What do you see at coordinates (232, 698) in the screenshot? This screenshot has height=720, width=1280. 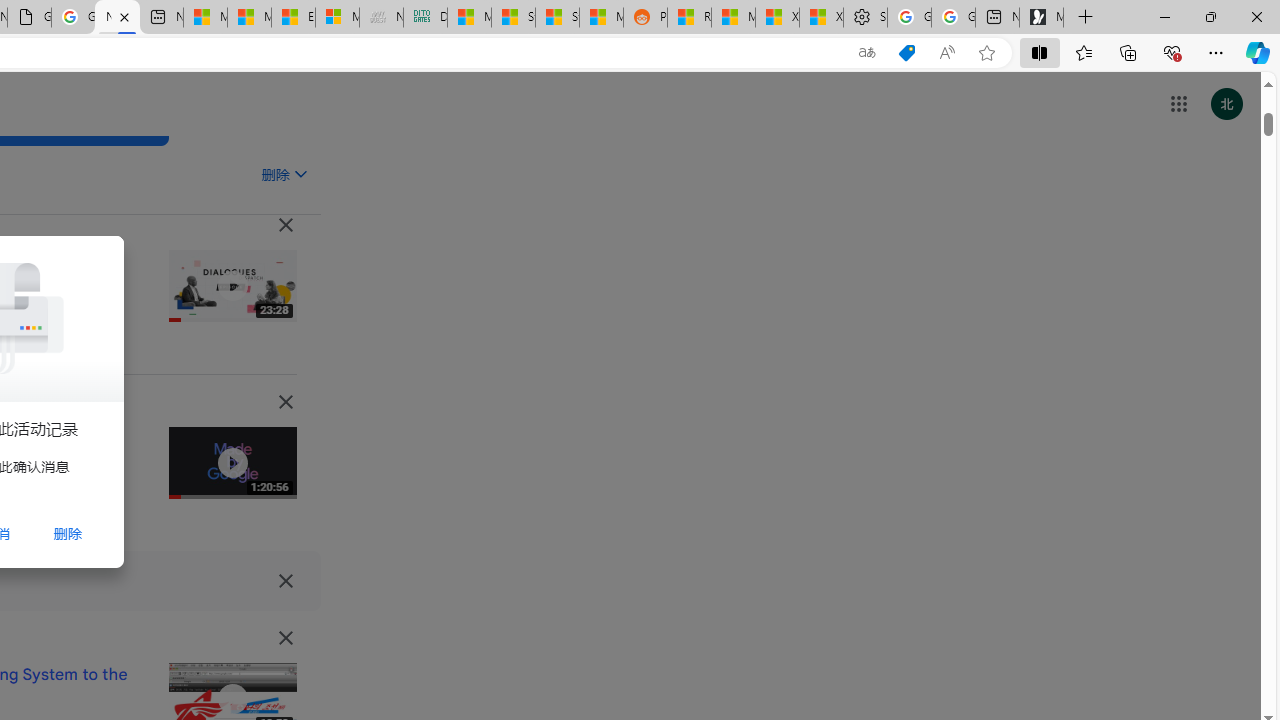 I see `'Class: IVR0f NMm5M'` at bounding box center [232, 698].